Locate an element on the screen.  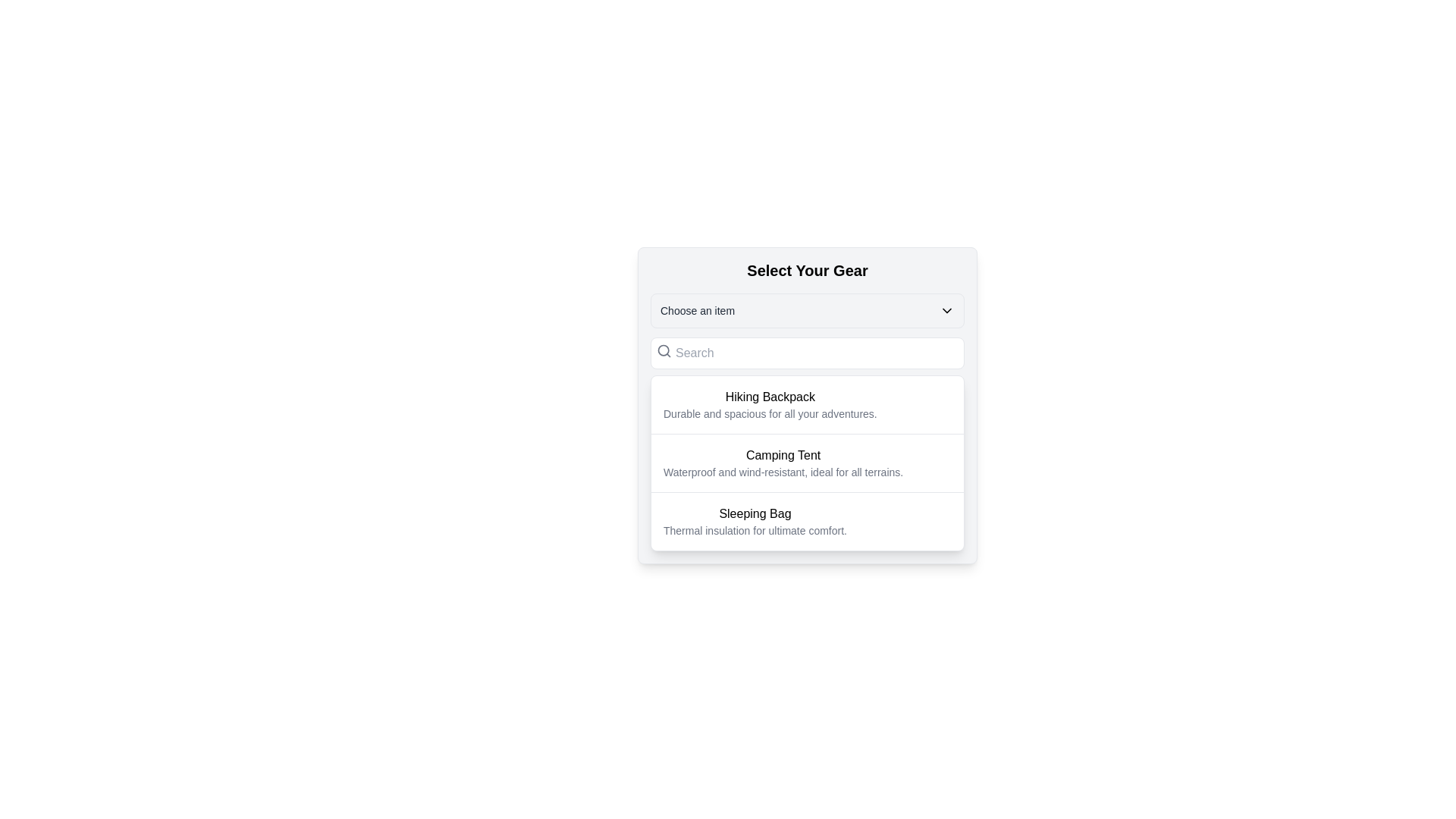
the label presenting the 'Camping Tent' item option in the dropdown panel is located at coordinates (783, 462).